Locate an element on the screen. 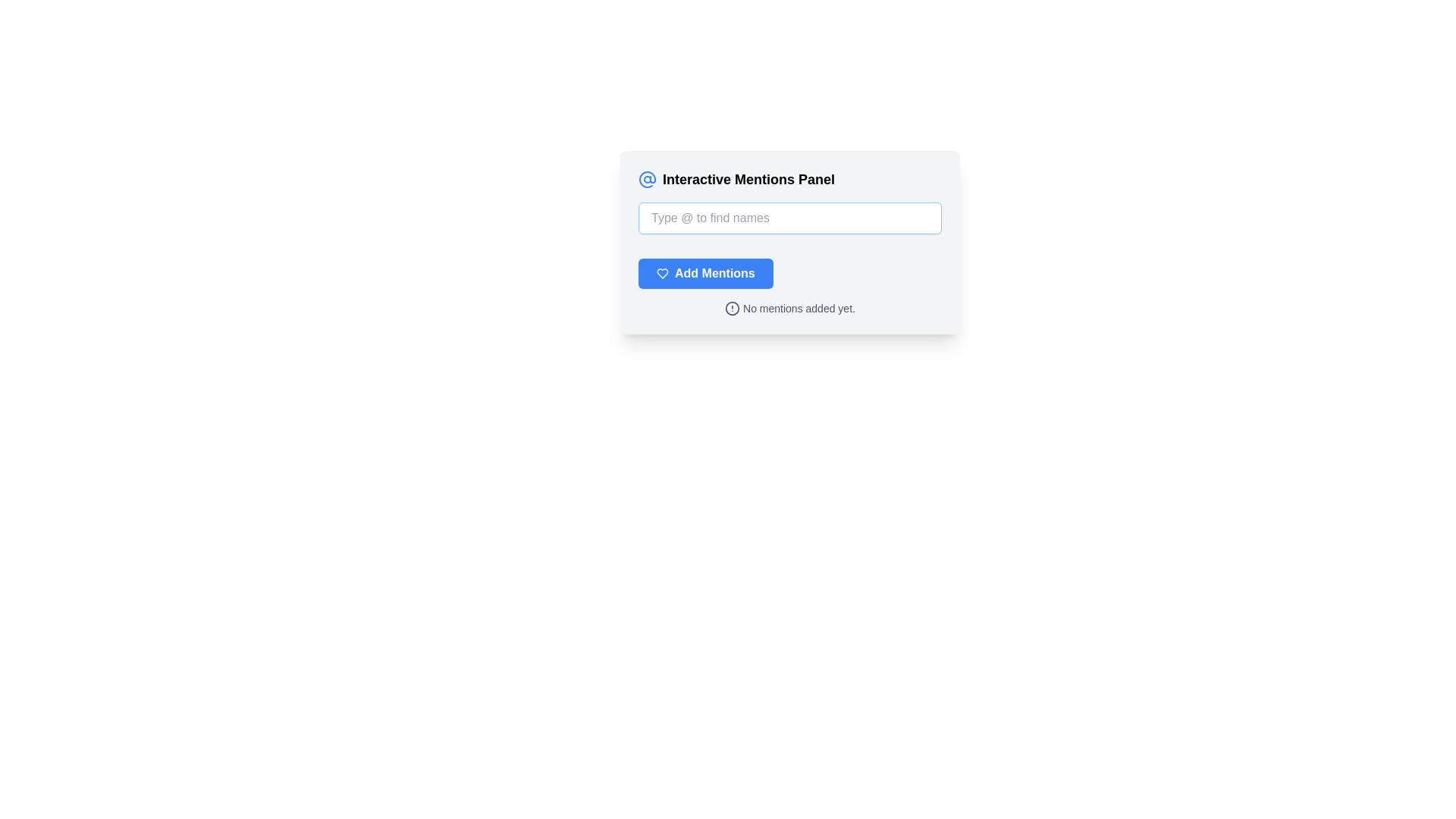 This screenshot has height=819, width=1456. the button labeled 'Add Mentions' which is displayed in white text on a bold blue background, located within a rounded rectangular button, positioned towards the right adjacent to a heart icon is located at coordinates (714, 274).